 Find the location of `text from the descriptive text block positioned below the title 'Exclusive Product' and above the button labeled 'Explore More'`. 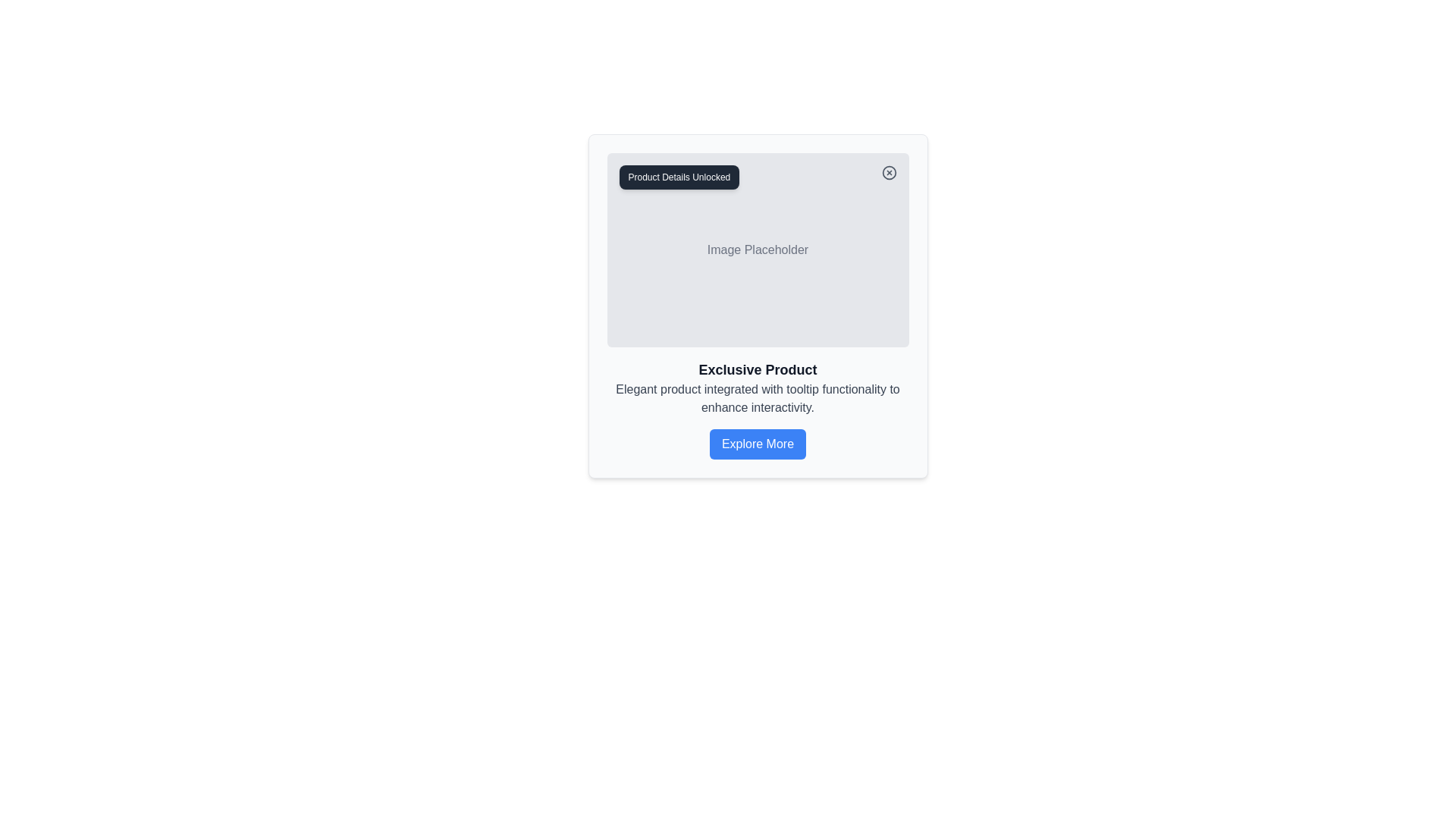

text from the descriptive text block positioned below the title 'Exclusive Product' and above the button labeled 'Explore More' is located at coordinates (758, 397).